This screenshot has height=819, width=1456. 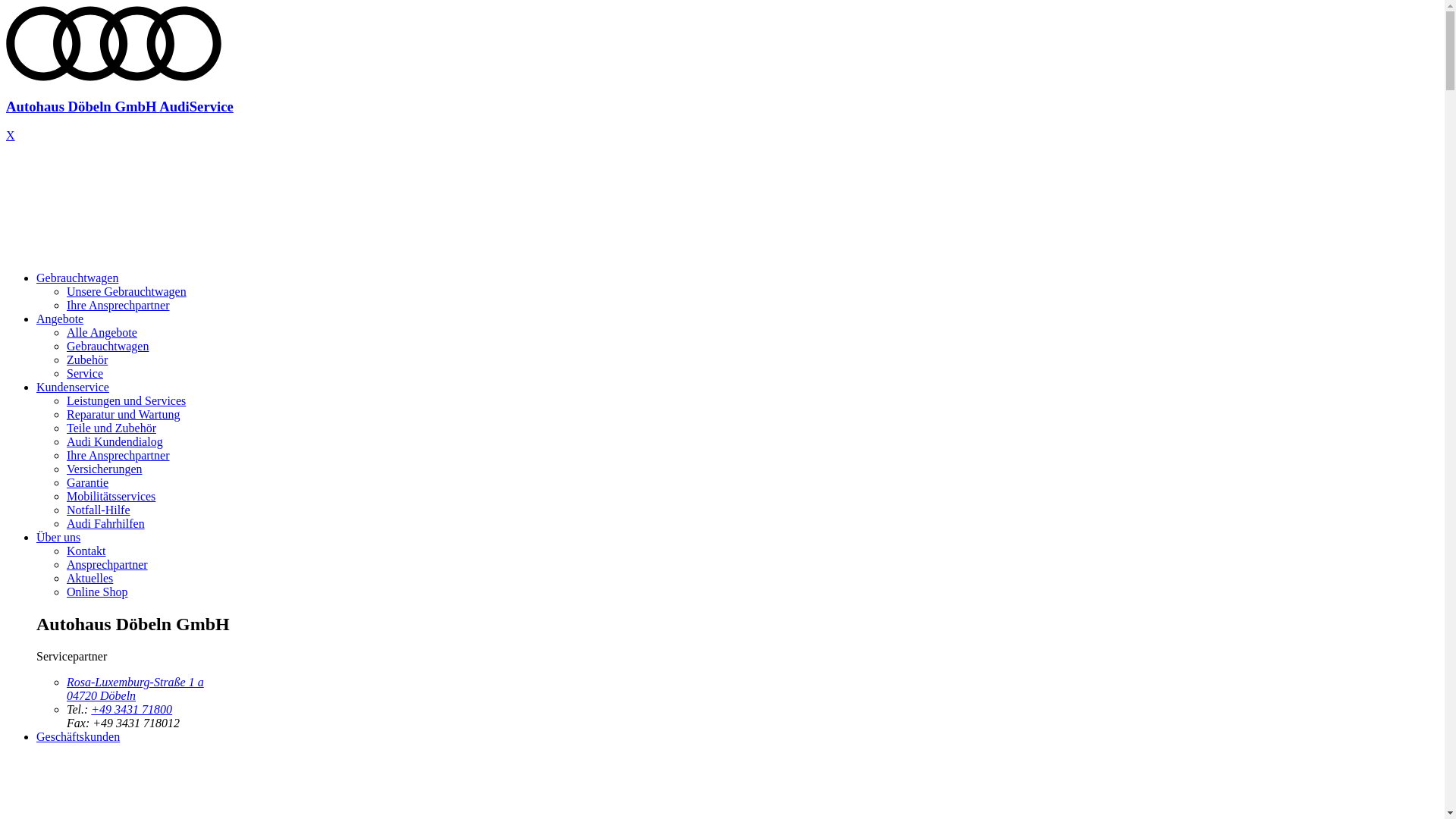 What do you see at coordinates (65, 564) in the screenshot?
I see `'Ansprechpartner'` at bounding box center [65, 564].